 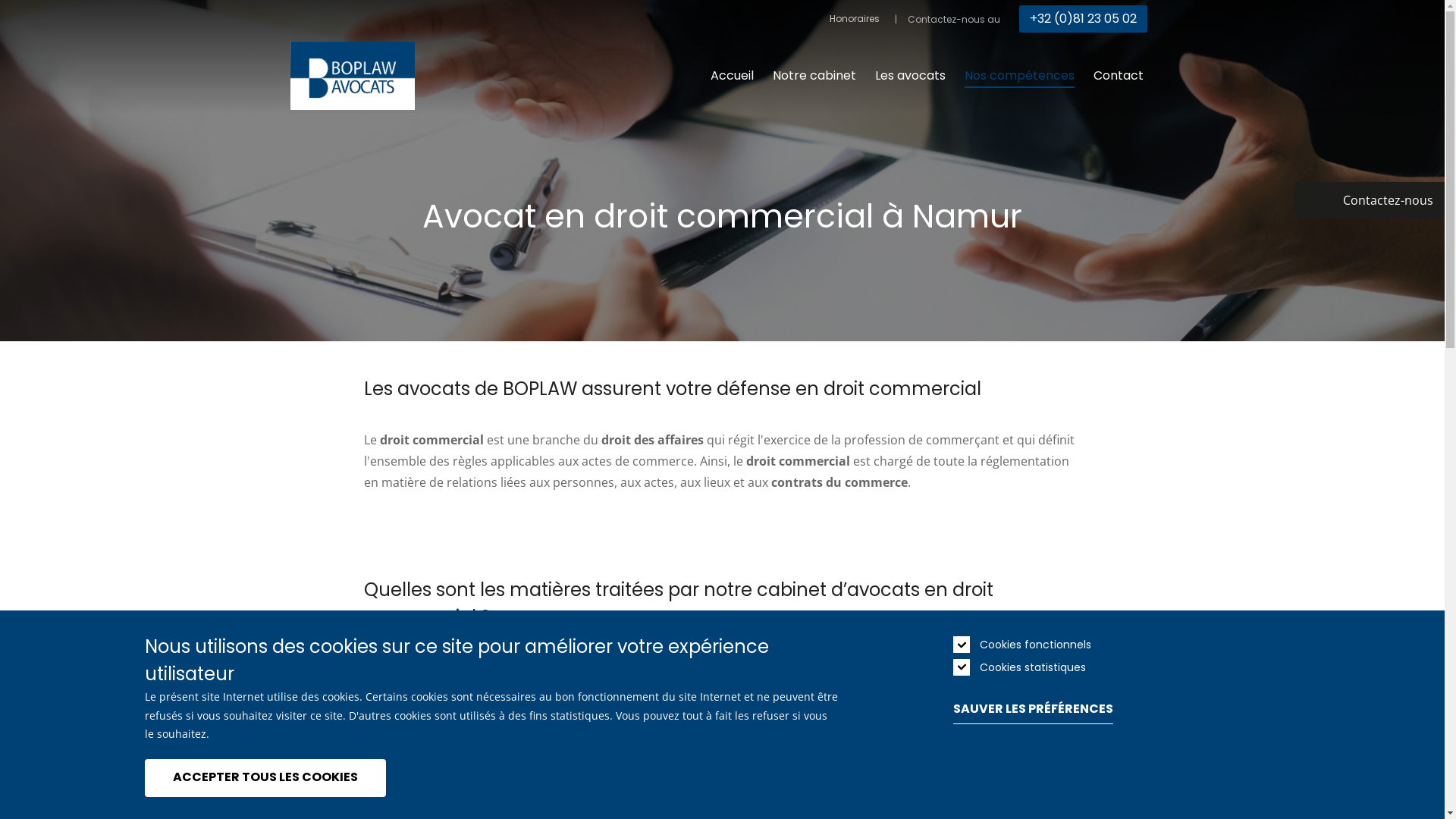 I want to click on 'Contact', so click(x=1118, y=76).